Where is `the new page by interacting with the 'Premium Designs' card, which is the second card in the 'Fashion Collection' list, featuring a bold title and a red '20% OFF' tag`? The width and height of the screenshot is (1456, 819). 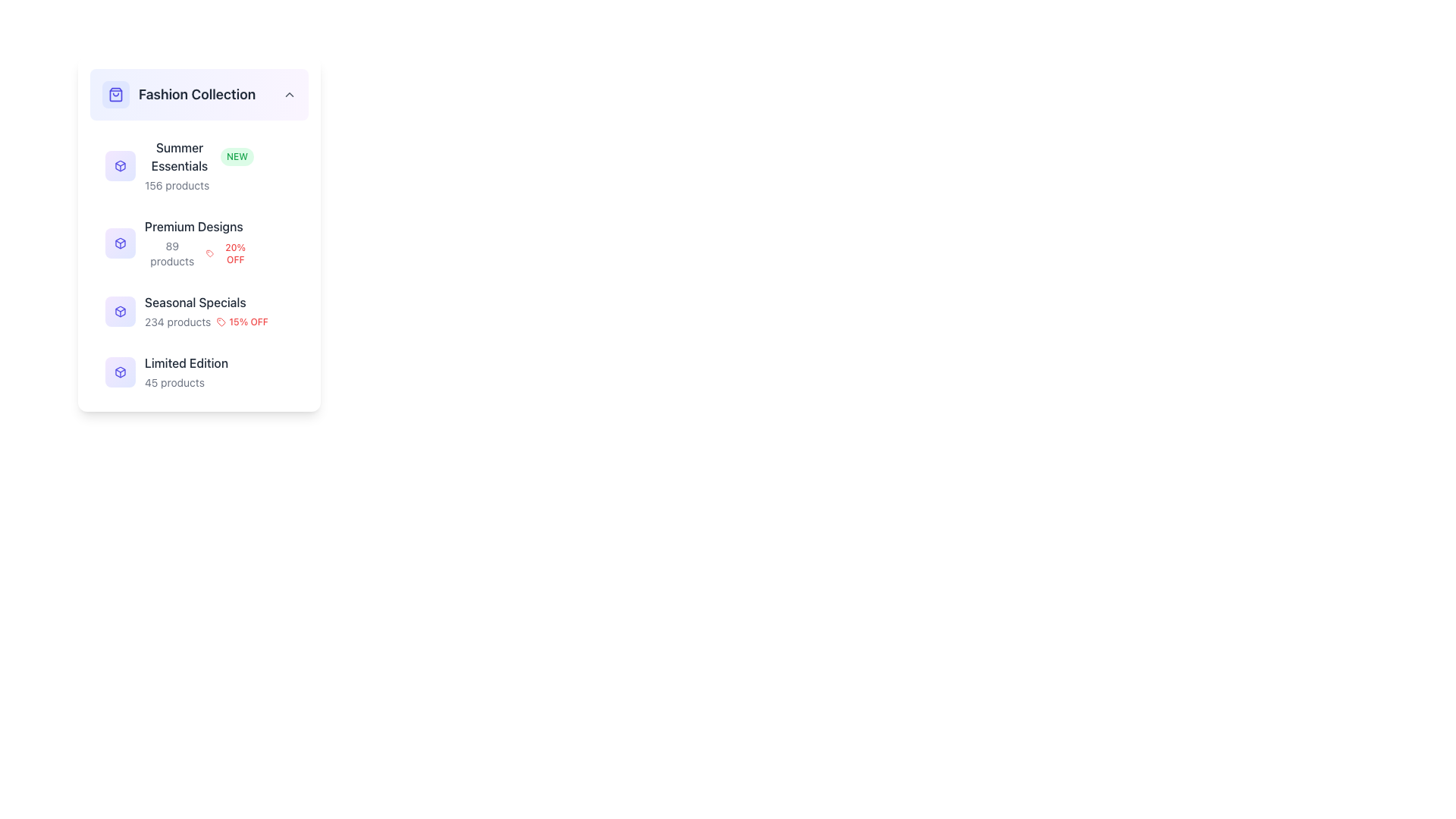 the new page by interacting with the 'Premium Designs' card, which is the second card in the 'Fashion Collection' list, featuring a bold title and a red '20% OFF' tag is located at coordinates (202, 242).